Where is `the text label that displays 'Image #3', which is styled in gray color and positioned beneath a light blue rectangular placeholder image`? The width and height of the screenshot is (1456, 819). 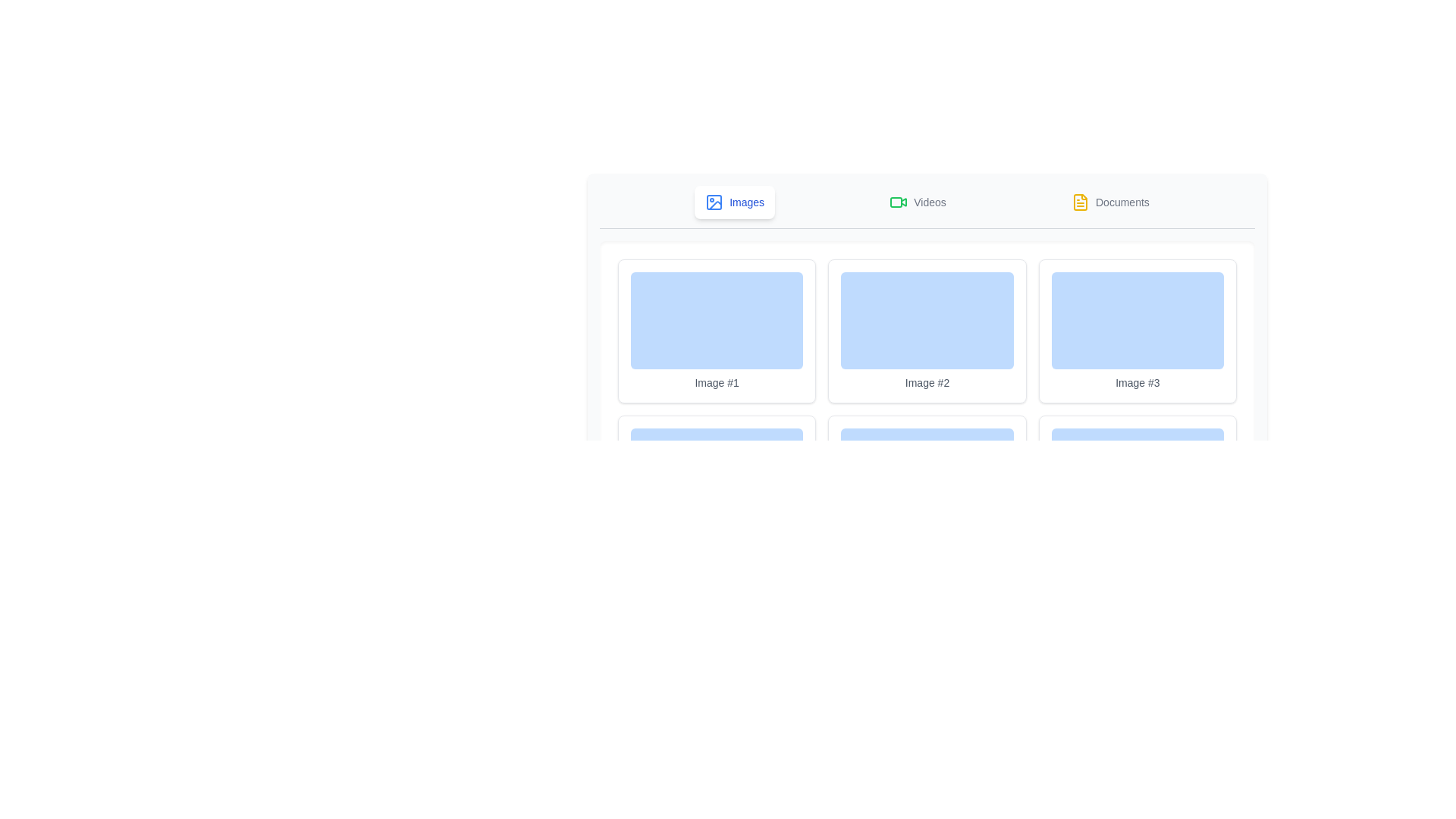 the text label that displays 'Image #3', which is styled in gray color and positioned beneath a light blue rectangular placeholder image is located at coordinates (1137, 382).